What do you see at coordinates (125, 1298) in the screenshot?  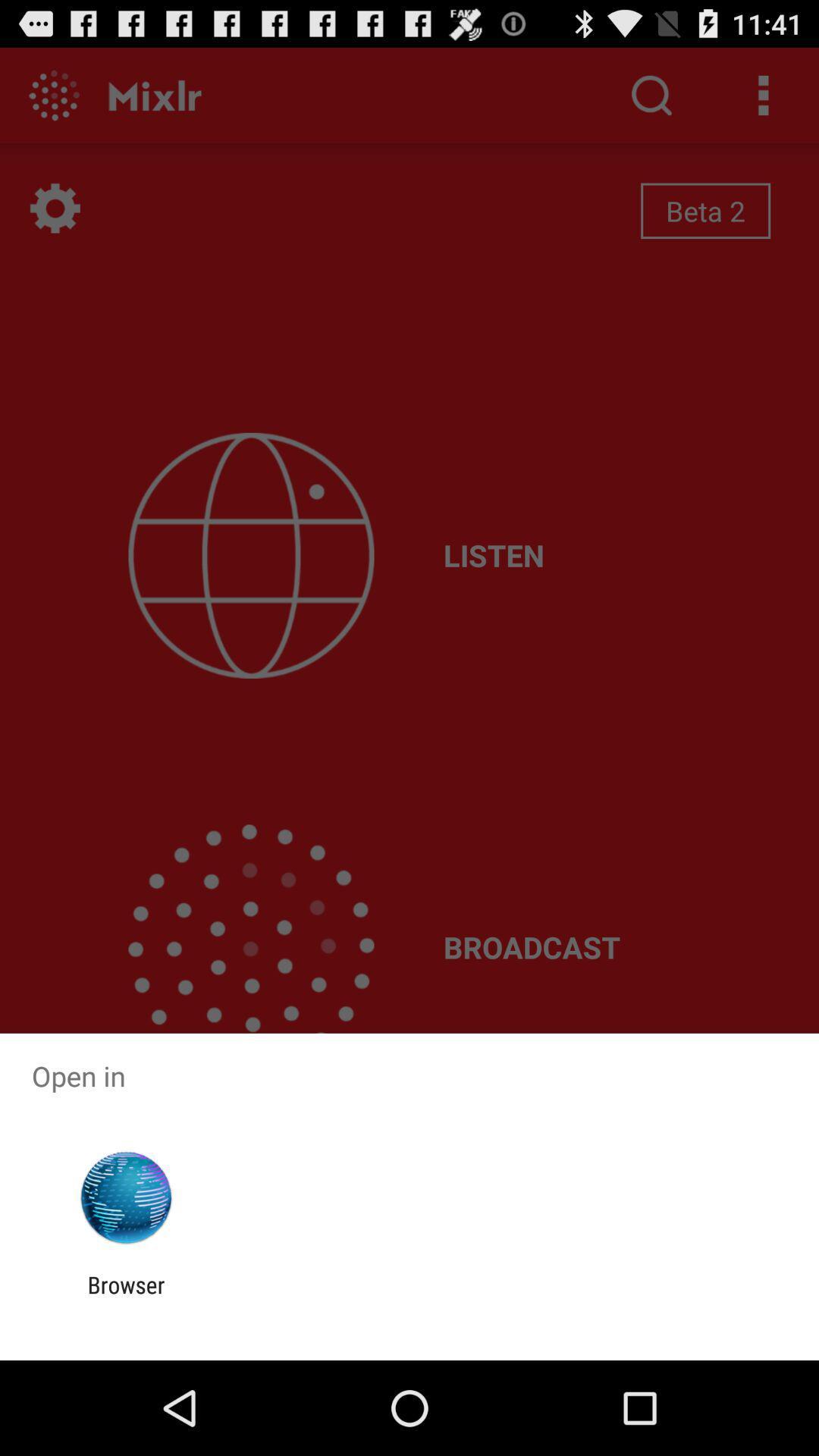 I see `the browser icon` at bounding box center [125, 1298].